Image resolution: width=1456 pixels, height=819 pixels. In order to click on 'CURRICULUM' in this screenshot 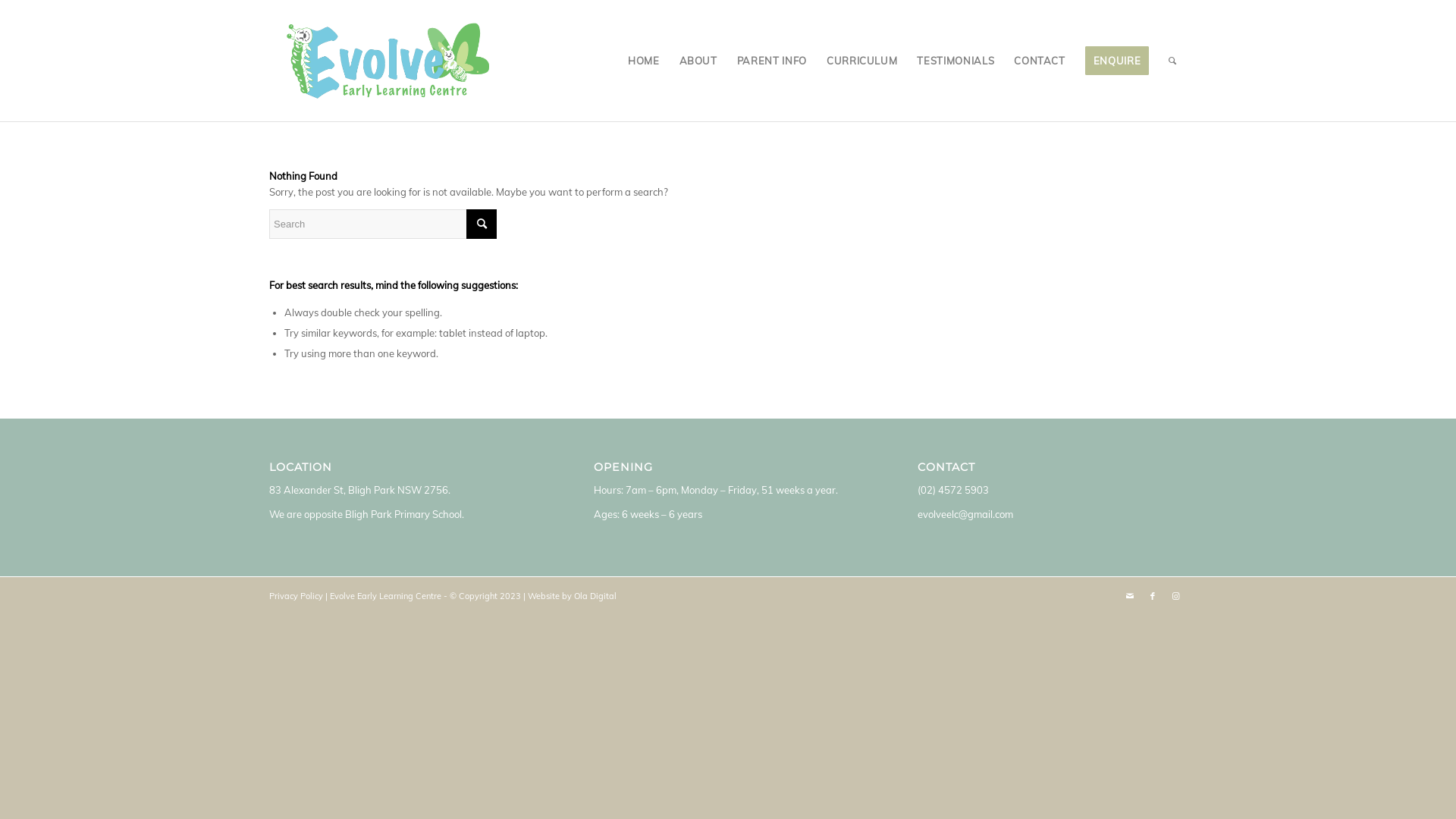, I will do `click(862, 60)`.